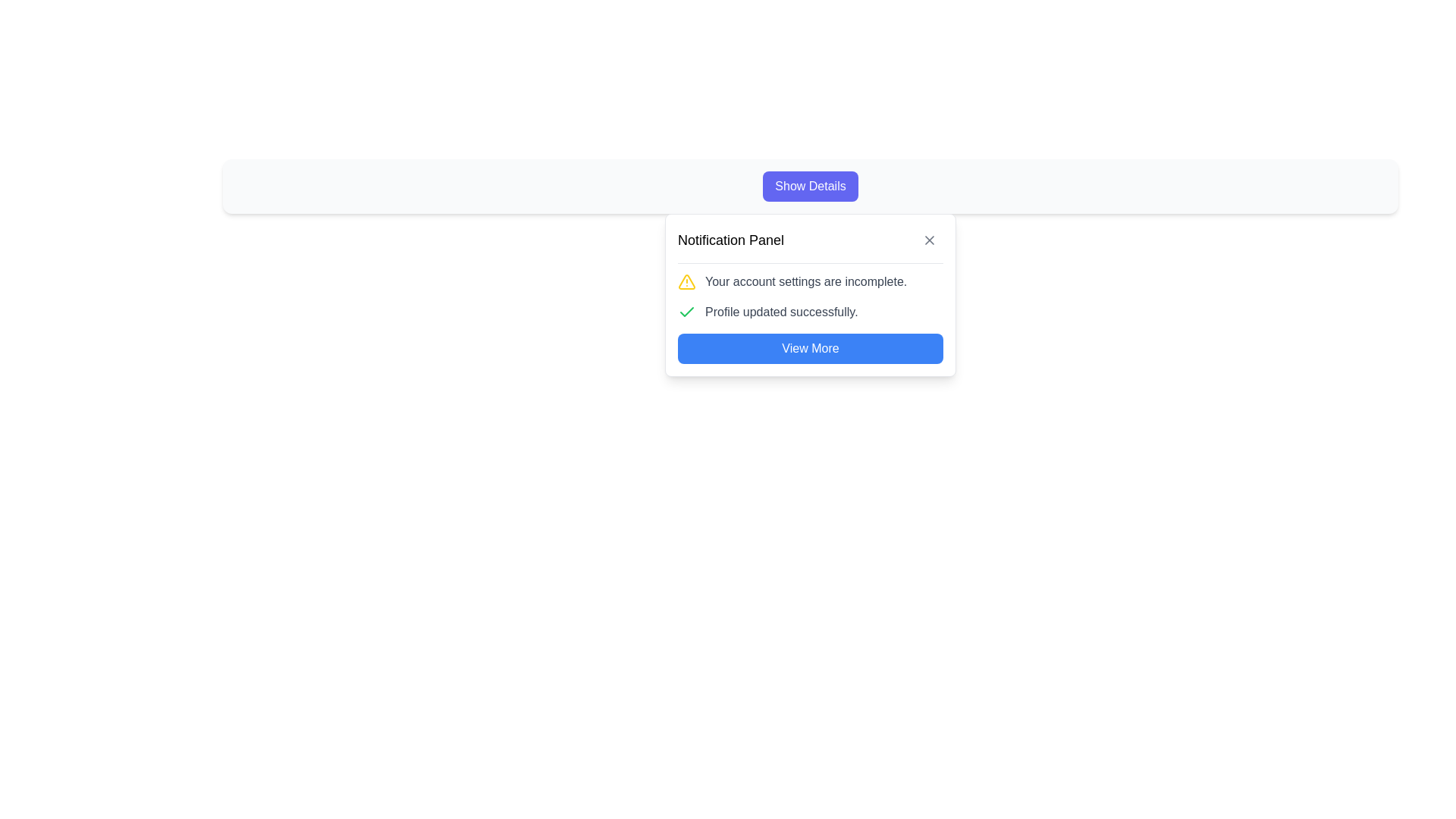 Image resolution: width=1456 pixels, height=819 pixels. What do you see at coordinates (810, 348) in the screenshot?
I see `the 'View More' button, which is a rectangular button with a blue background and white text, located at the bottom of the Notification Panel` at bounding box center [810, 348].